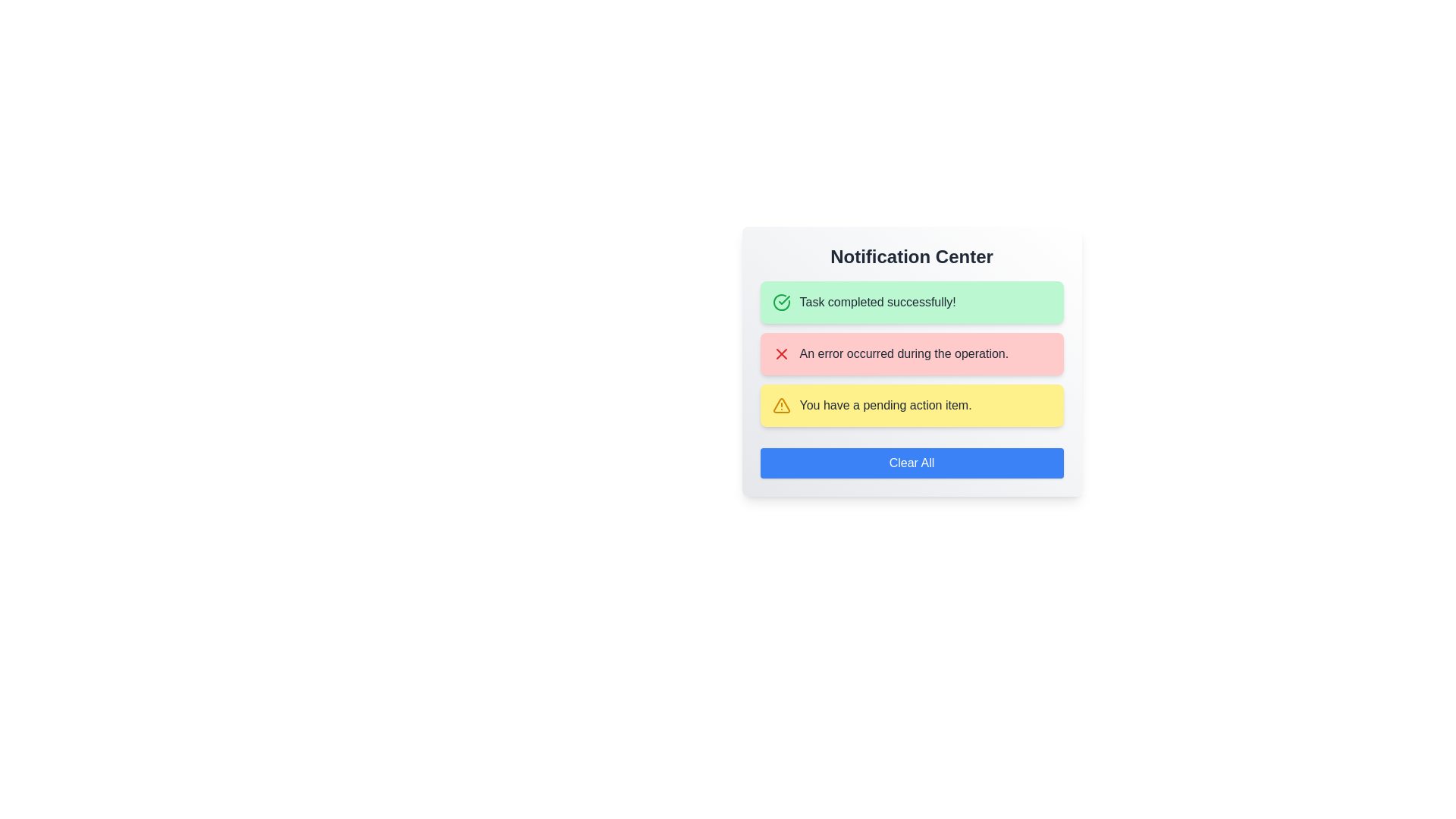 This screenshot has width=1456, height=819. I want to click on the red 'X' icon located at the left-most part of the notification card that displays the message 'An error occurred during the operation.', so click(781, 353).